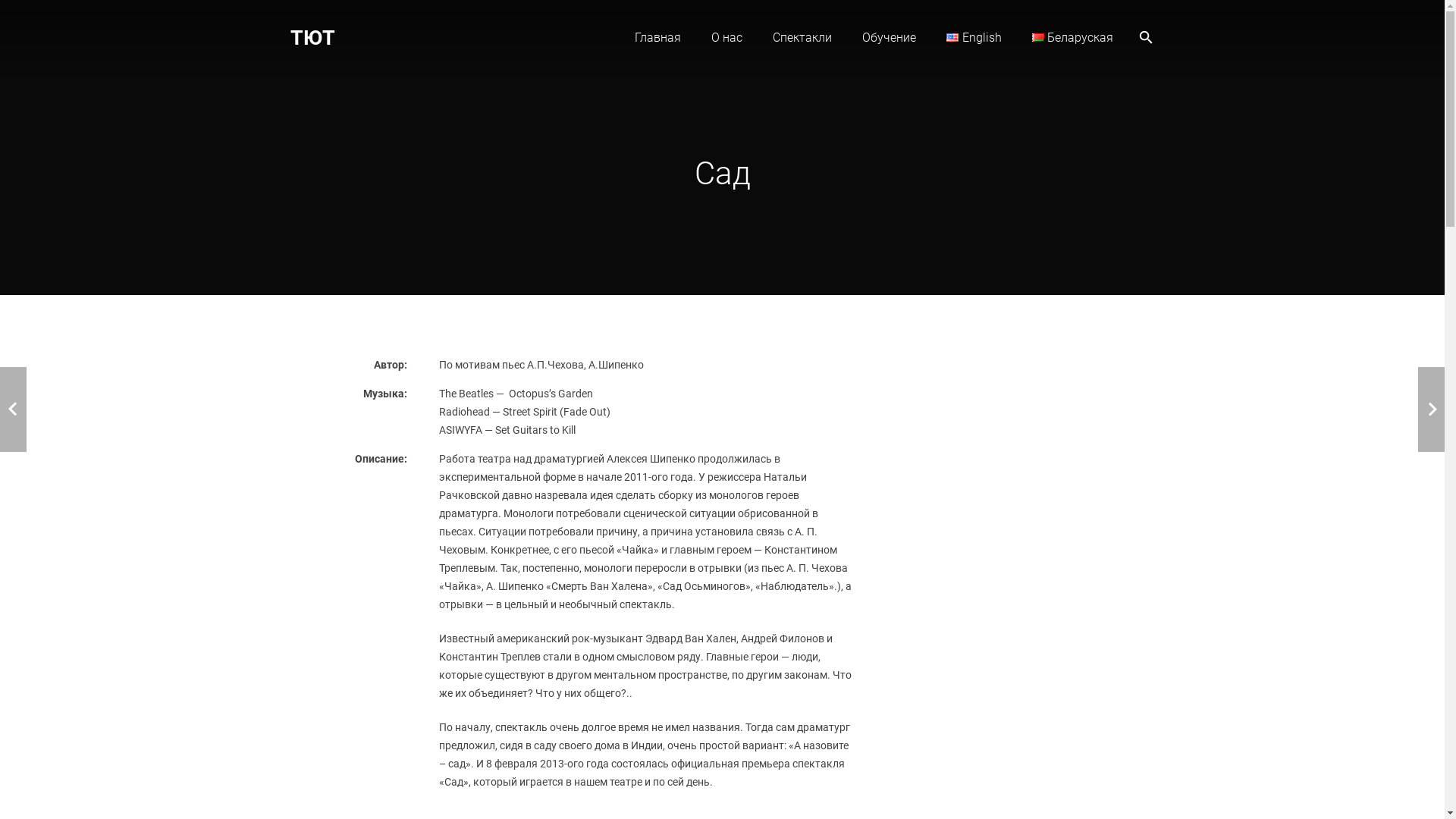 The height and width of the screenshot is (819, 1456). I want to click on 'English', so click(952, 36).